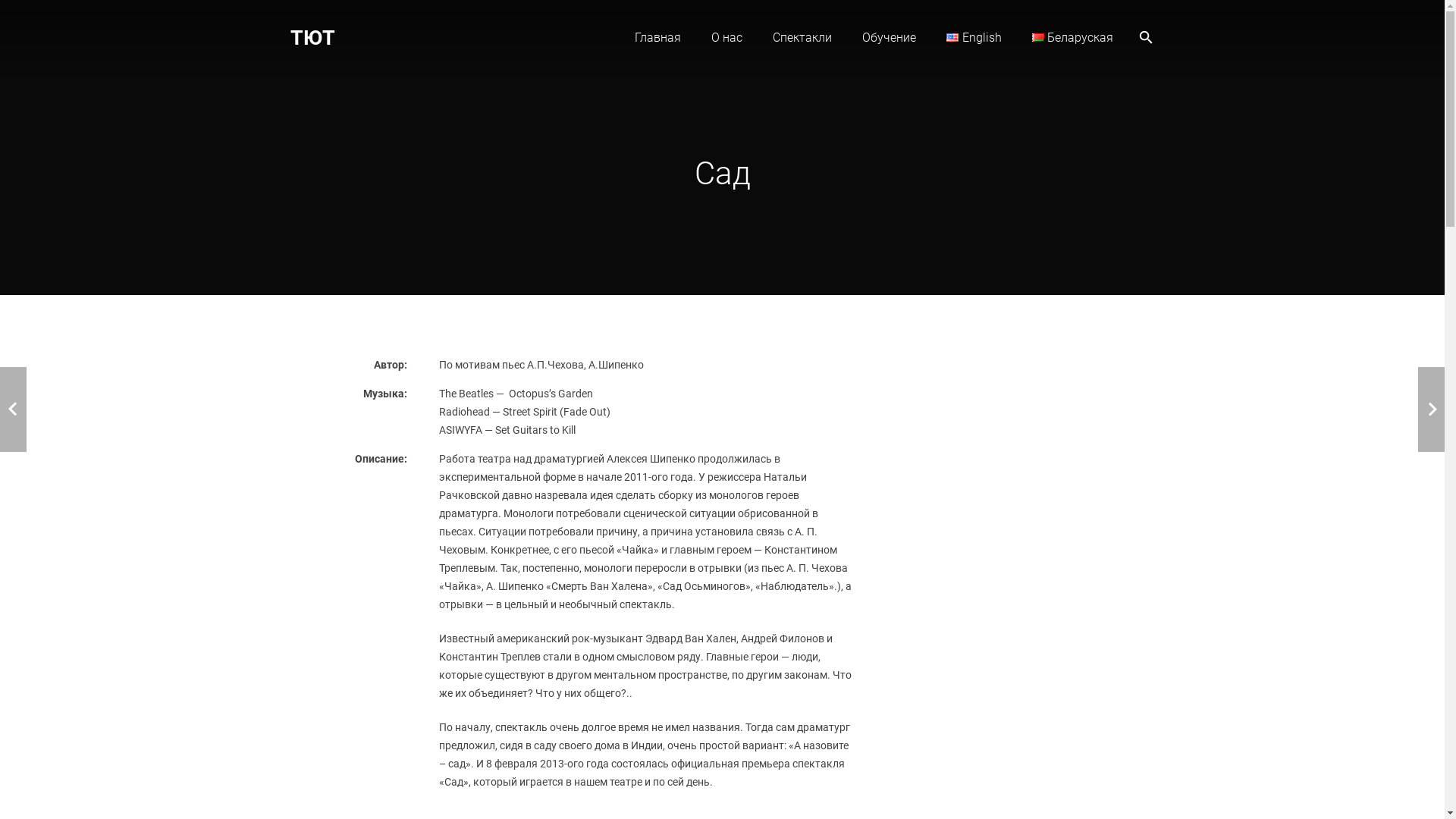 The height and width of the screenshot is (819, 1456). I want to click on 'English', so click(952, 36).